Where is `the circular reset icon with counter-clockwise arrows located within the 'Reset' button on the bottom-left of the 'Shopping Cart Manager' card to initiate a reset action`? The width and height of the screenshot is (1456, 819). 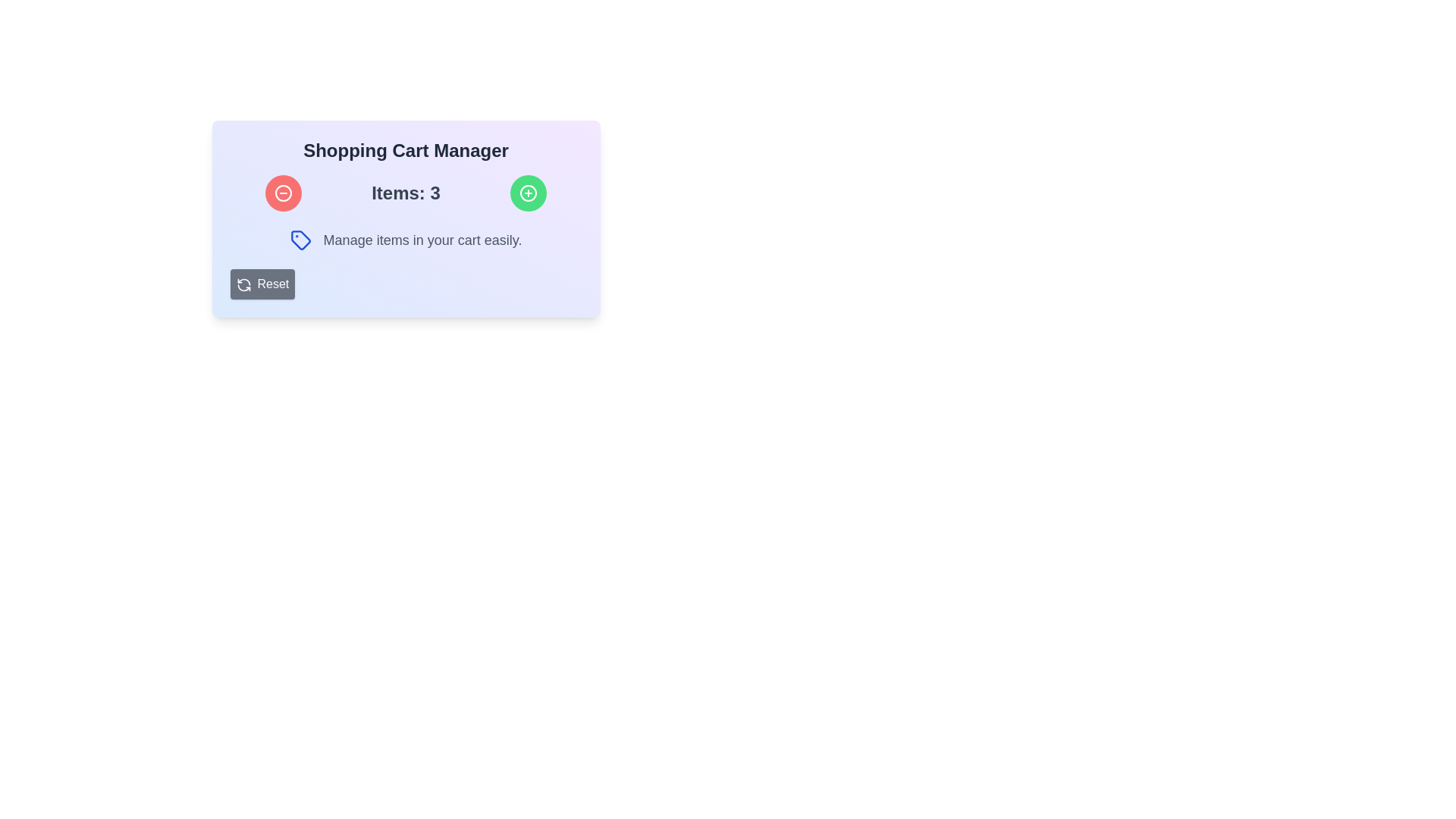 the circular reset icon with counter-clockwise arrows located within the 'Reset' button on the bottom-left of the 'Shopping Cart Manager' card to initiate a reset action is located at coordinates (243, 284).